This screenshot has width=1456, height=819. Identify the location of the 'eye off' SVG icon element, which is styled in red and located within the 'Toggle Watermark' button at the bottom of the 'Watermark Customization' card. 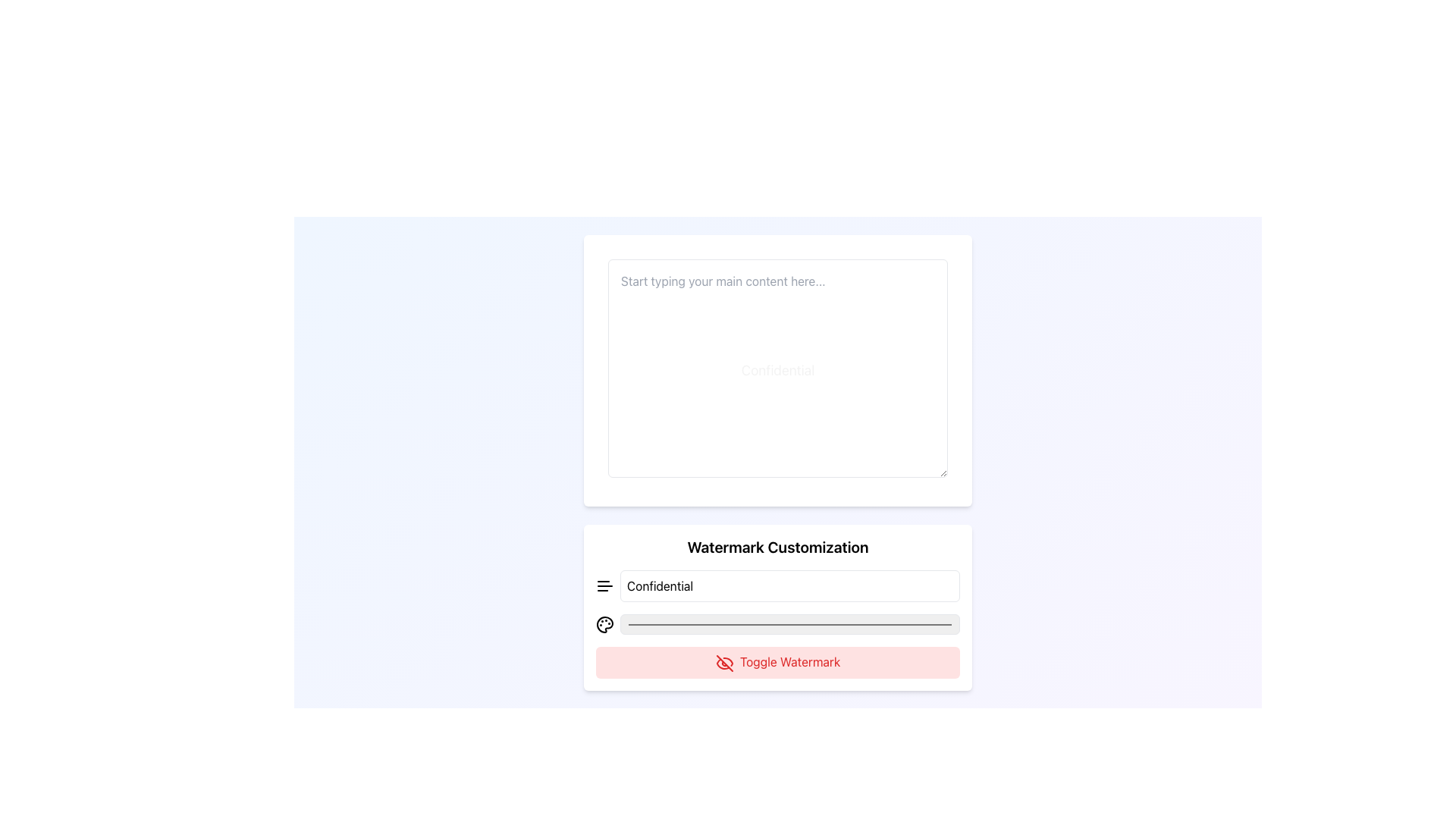
(723, 662).